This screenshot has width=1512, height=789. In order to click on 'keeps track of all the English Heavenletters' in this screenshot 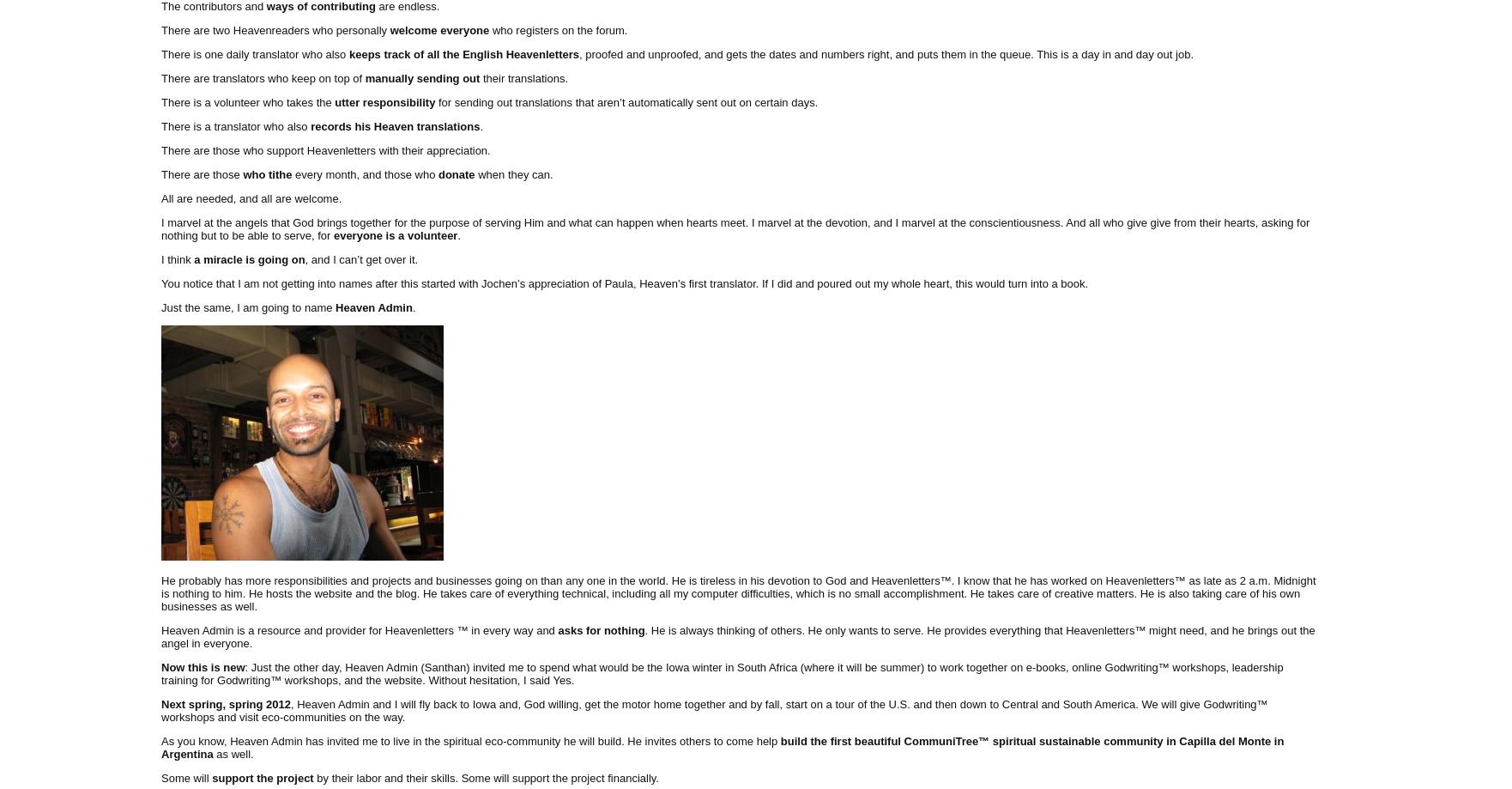, I will do `click(463, 53)`.